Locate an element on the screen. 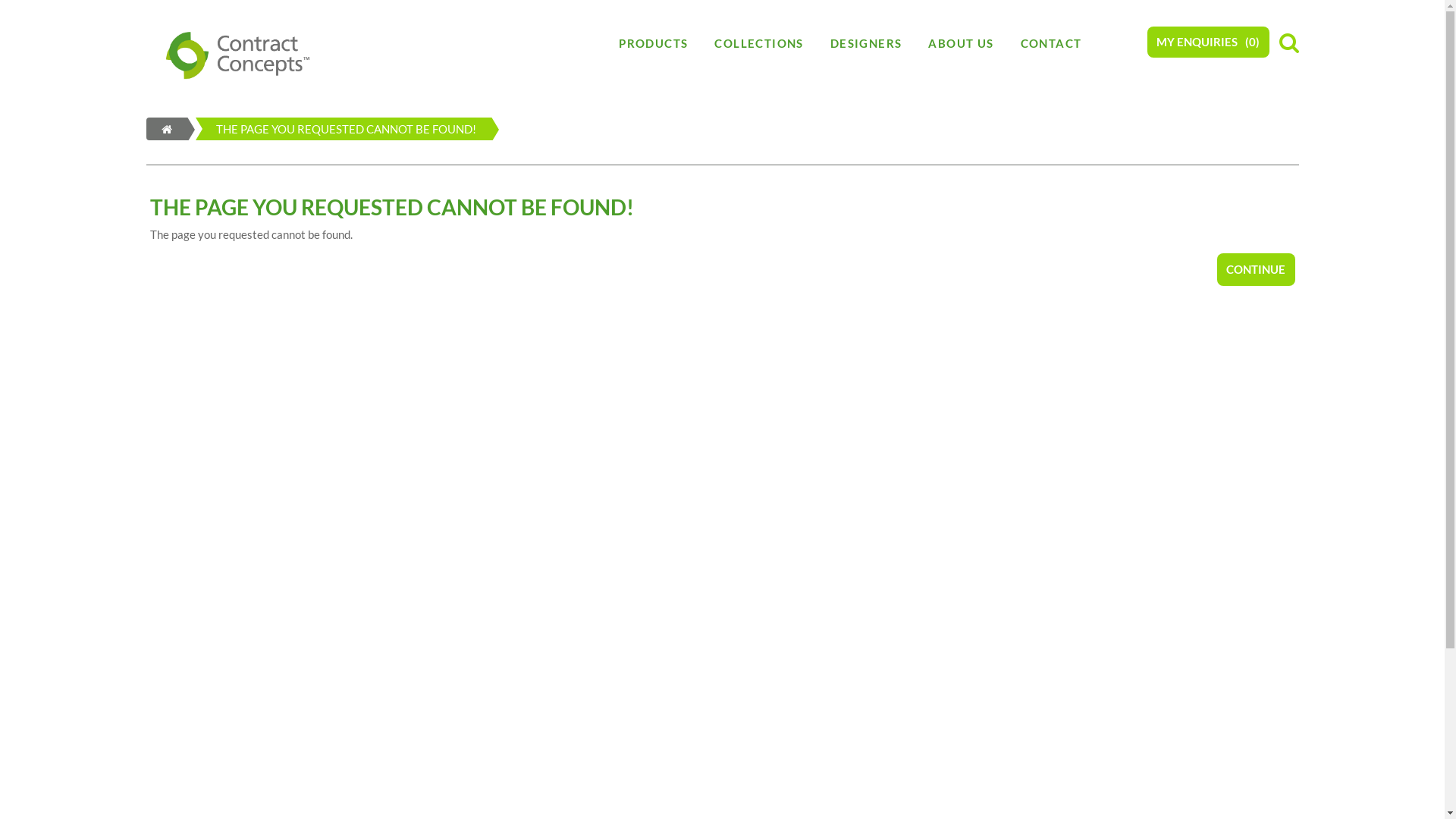 This screenshot has width=1456, height=819. 'PRODUCTS' is located at coordinates (653, 42).